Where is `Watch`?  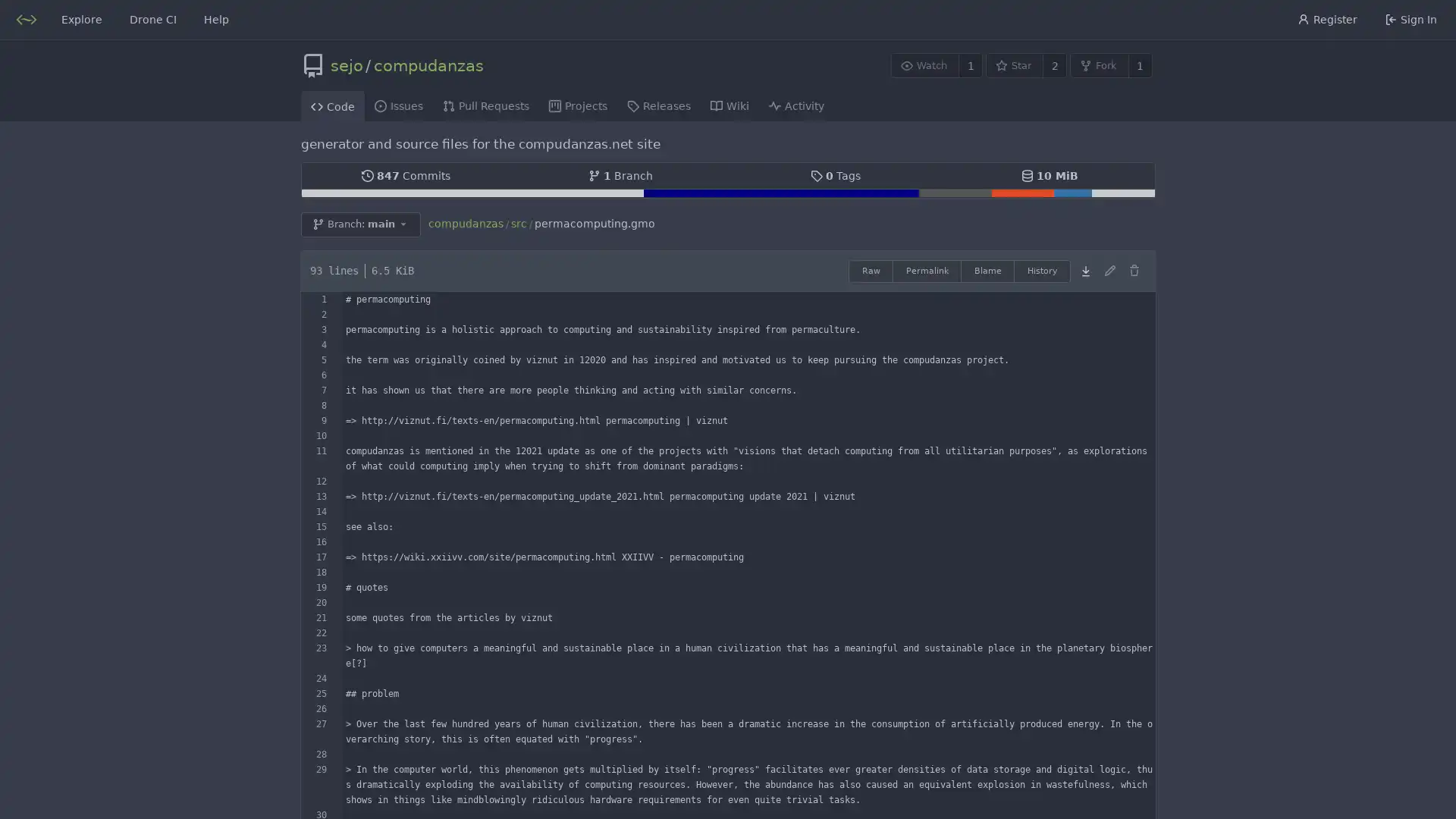
Watch is located at coordinates (924, 64).